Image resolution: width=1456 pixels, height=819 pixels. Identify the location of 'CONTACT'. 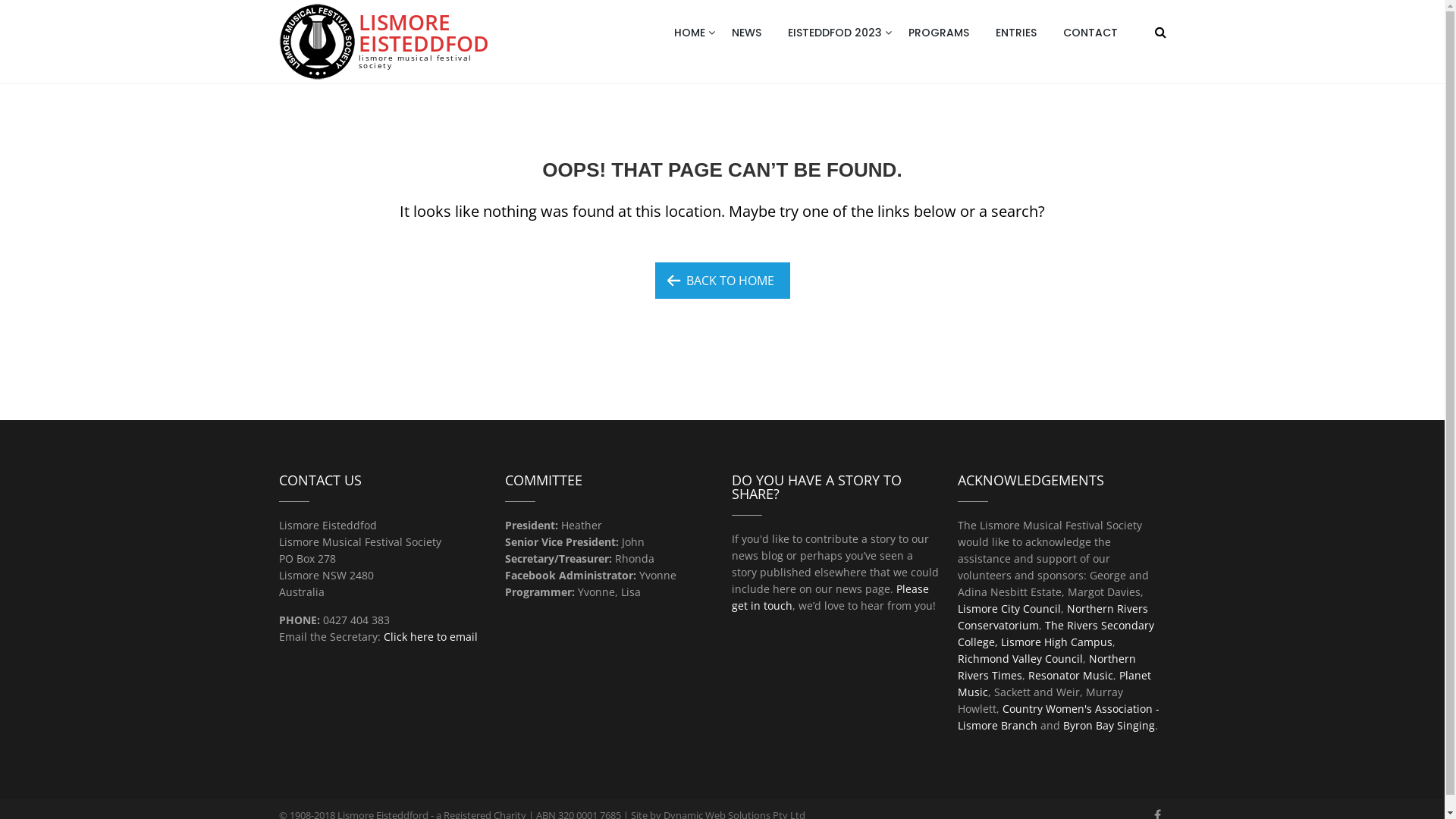
(1098, 32).